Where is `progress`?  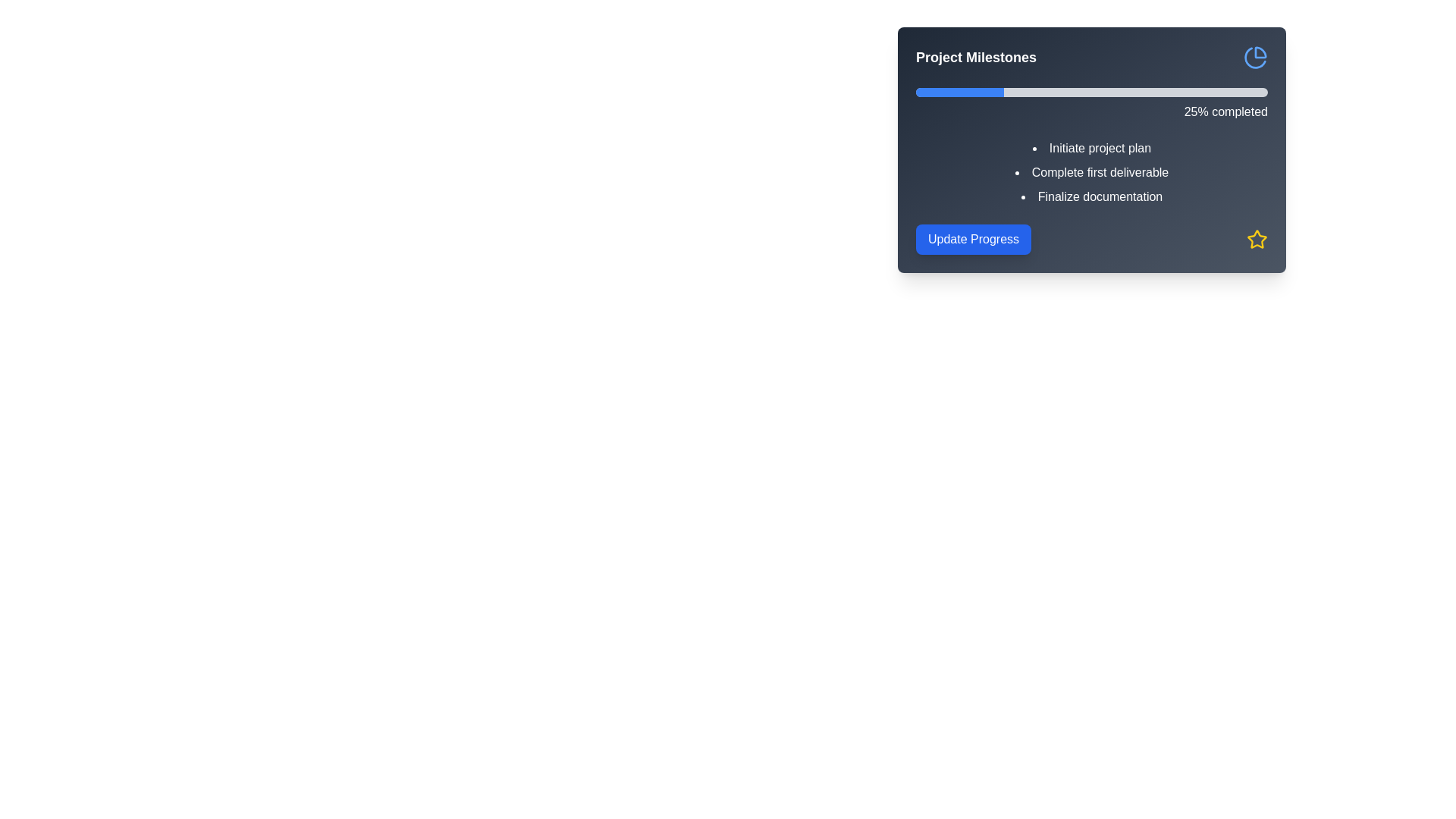
progress is located at coordinates (992, 93).